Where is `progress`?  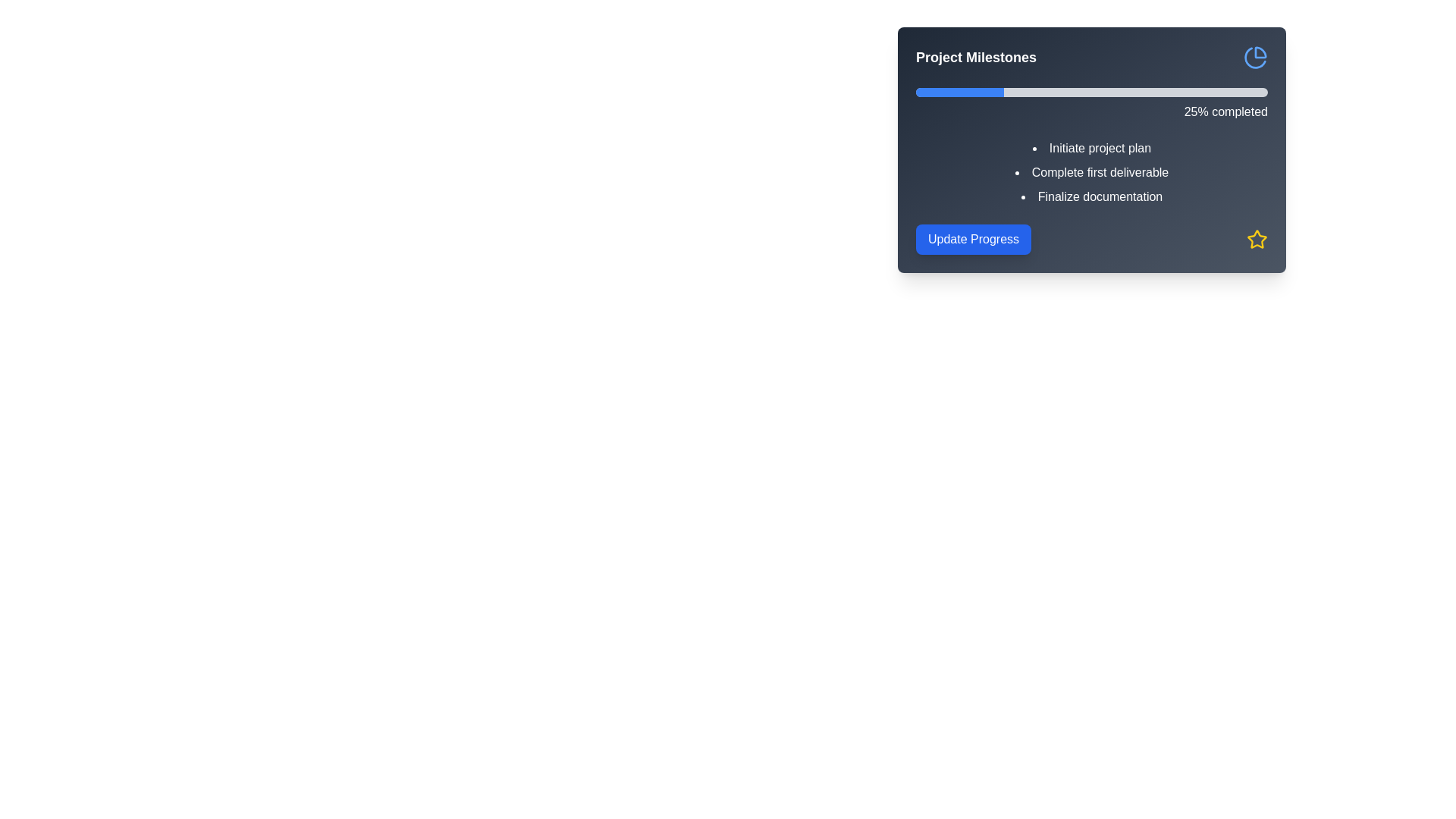
progress is located at coordinates (992, 93).